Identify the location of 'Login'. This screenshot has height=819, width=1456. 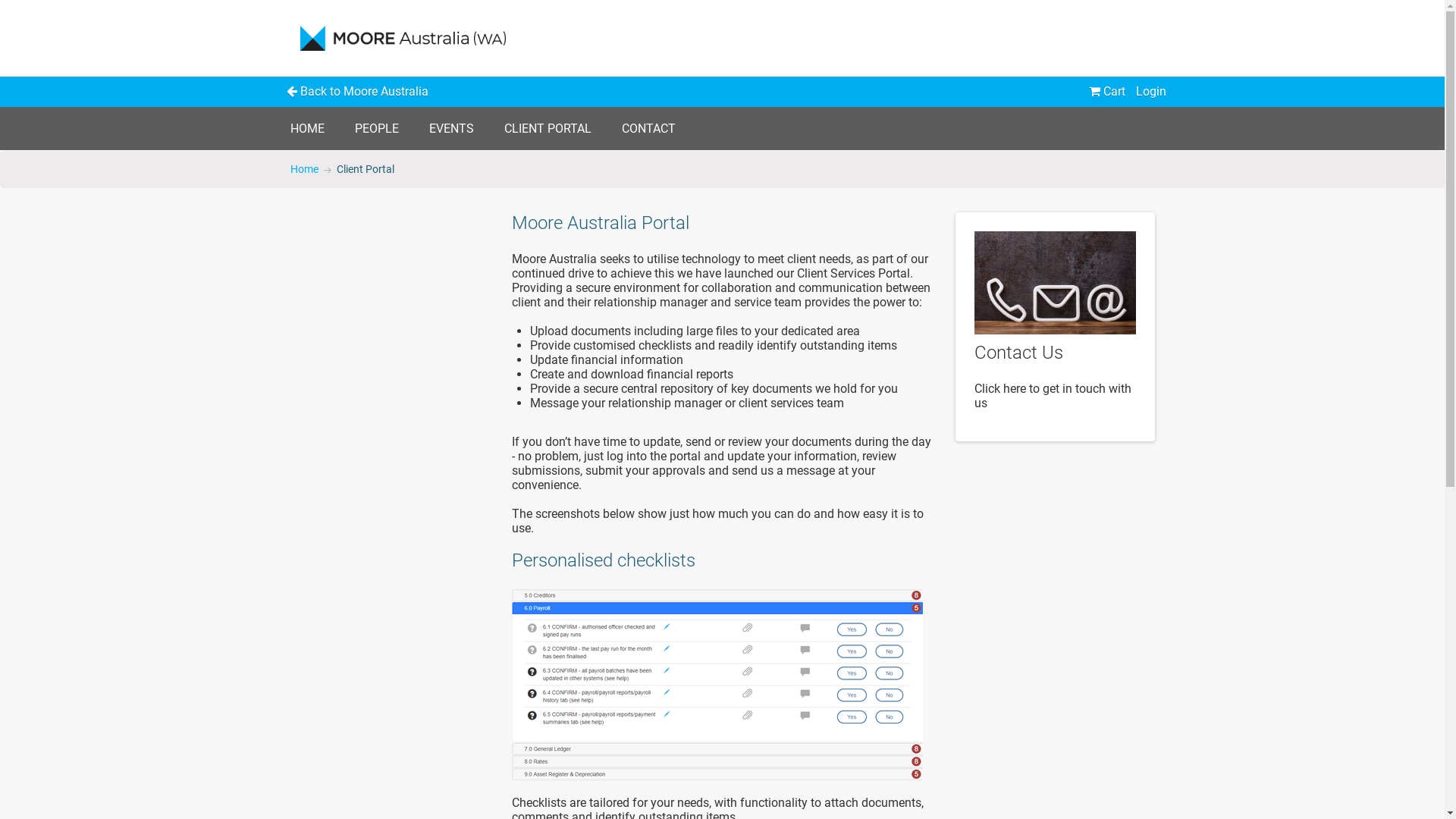
(1150, 91).